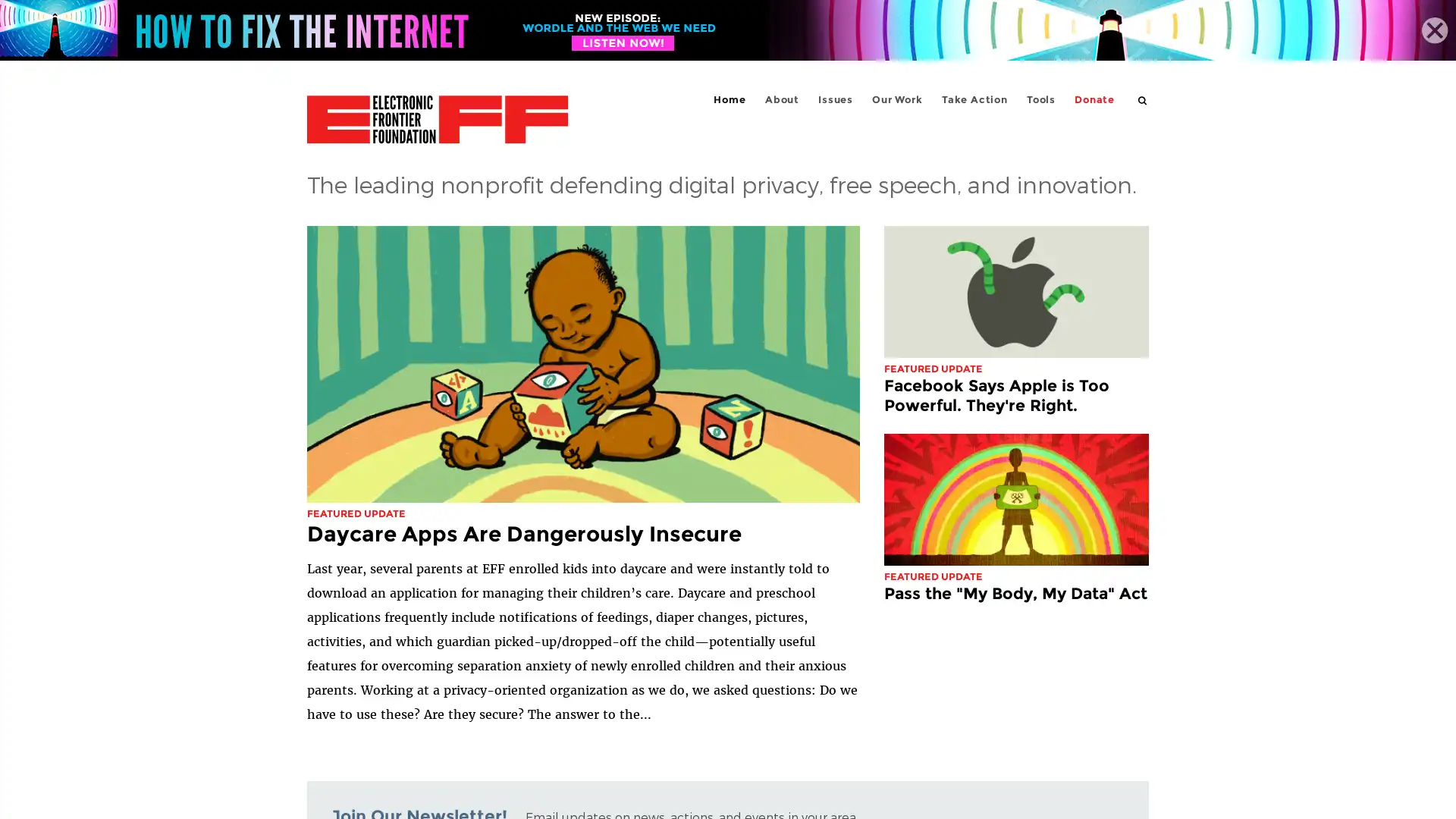  I want to click on search, so click(1143, 99).